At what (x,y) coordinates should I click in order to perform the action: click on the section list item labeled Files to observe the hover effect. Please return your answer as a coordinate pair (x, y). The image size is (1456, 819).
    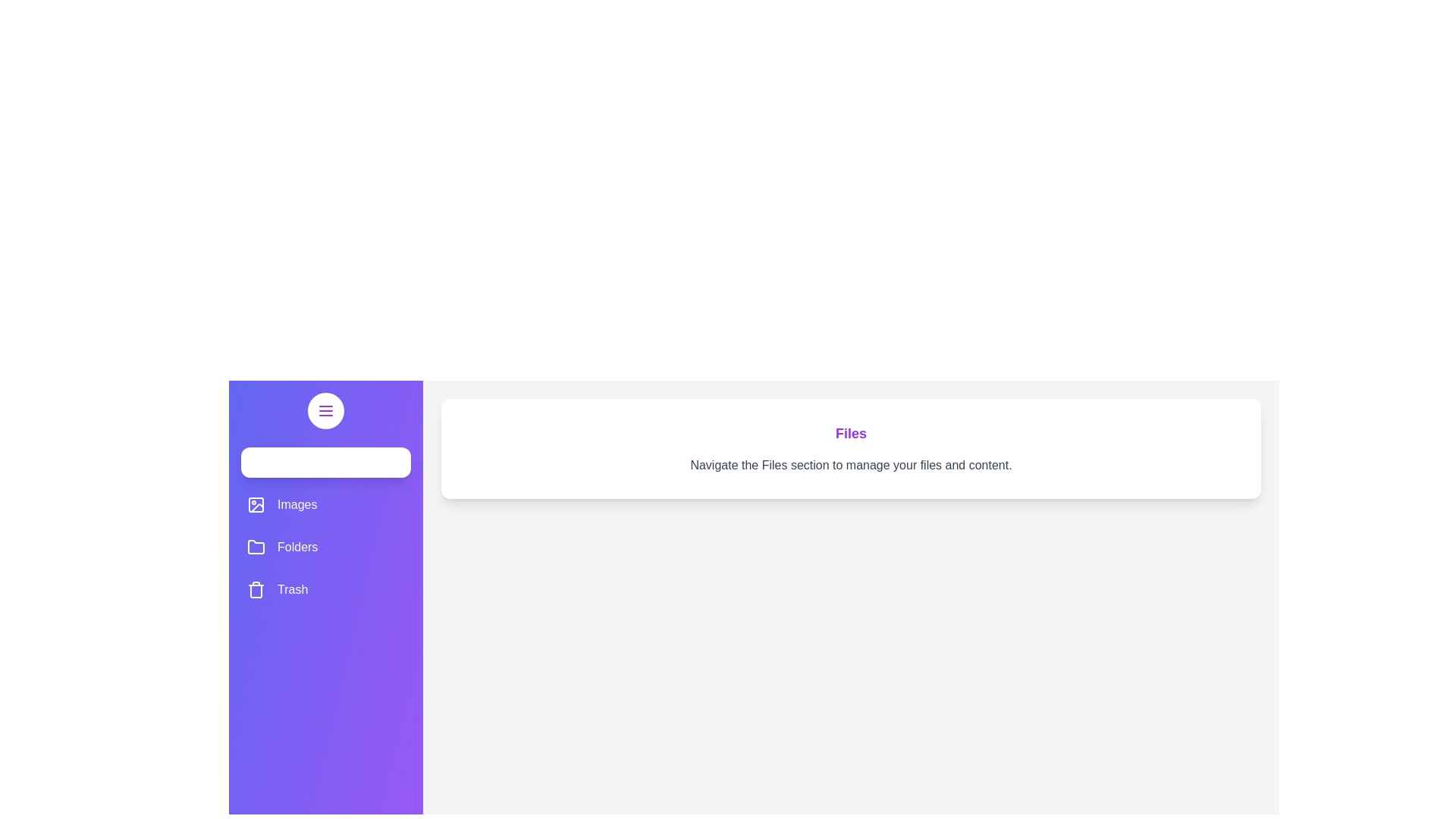
    Looking at the image, I should click on (325, 461).